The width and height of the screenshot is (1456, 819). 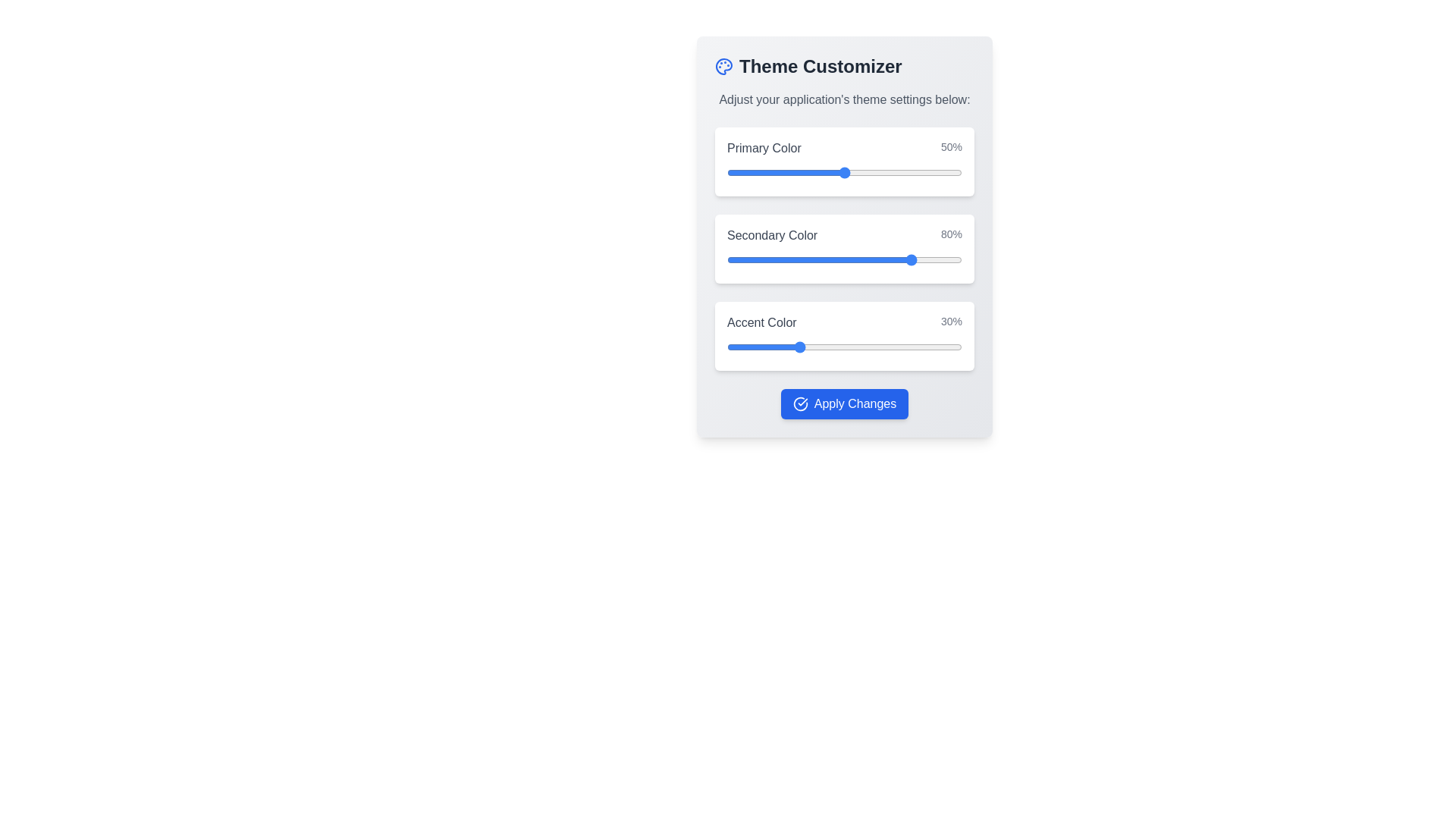 What do you see at coordinates (843, 99) in the screenshot?
I see `the Text Label that provides instructions for the Theme Customizer interface, located directly below the header labeled 'Theme Customizer'` at bounding box center [843, 99].